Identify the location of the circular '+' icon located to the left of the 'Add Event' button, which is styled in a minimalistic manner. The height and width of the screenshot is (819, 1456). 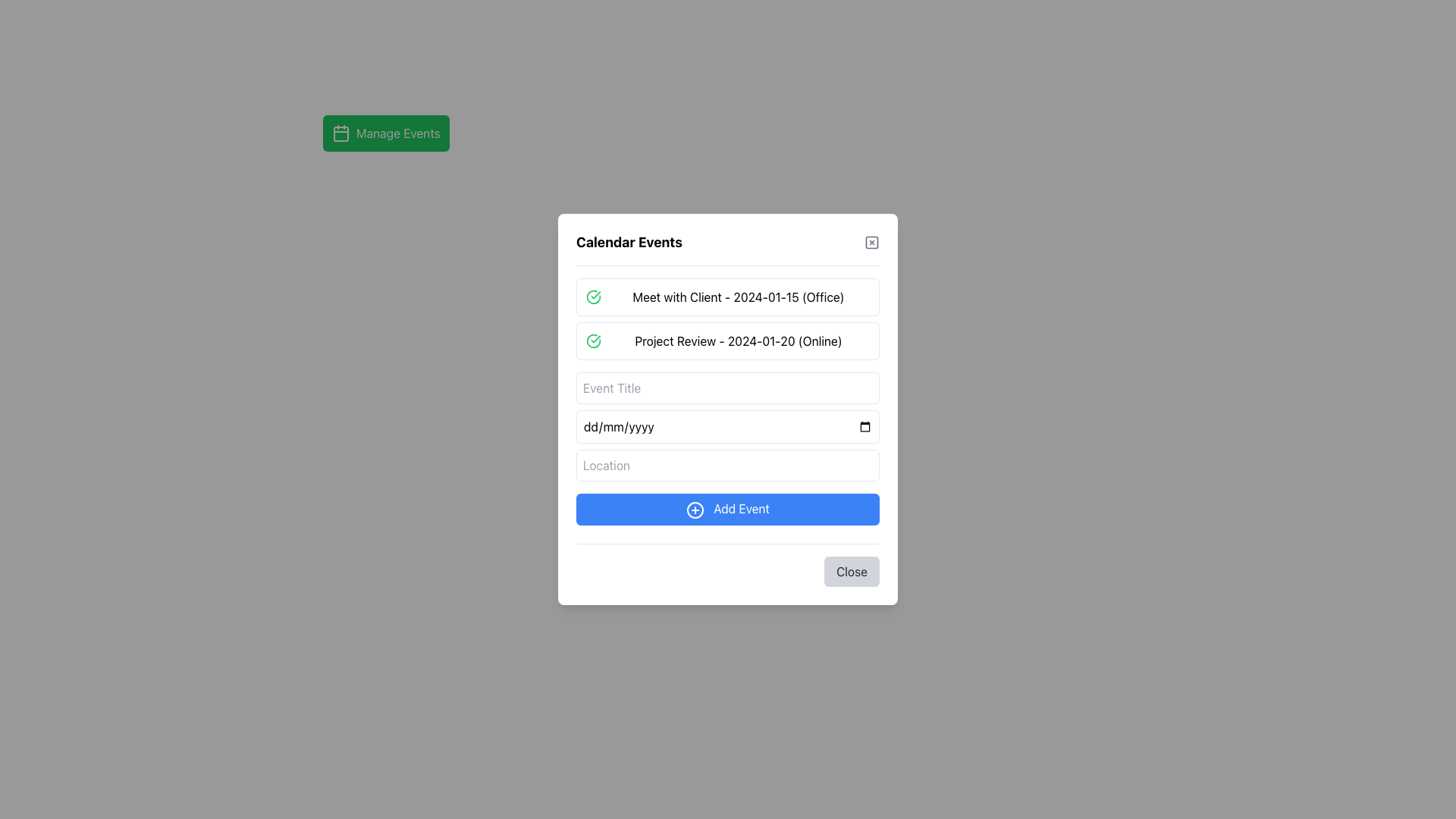
(694, 510).